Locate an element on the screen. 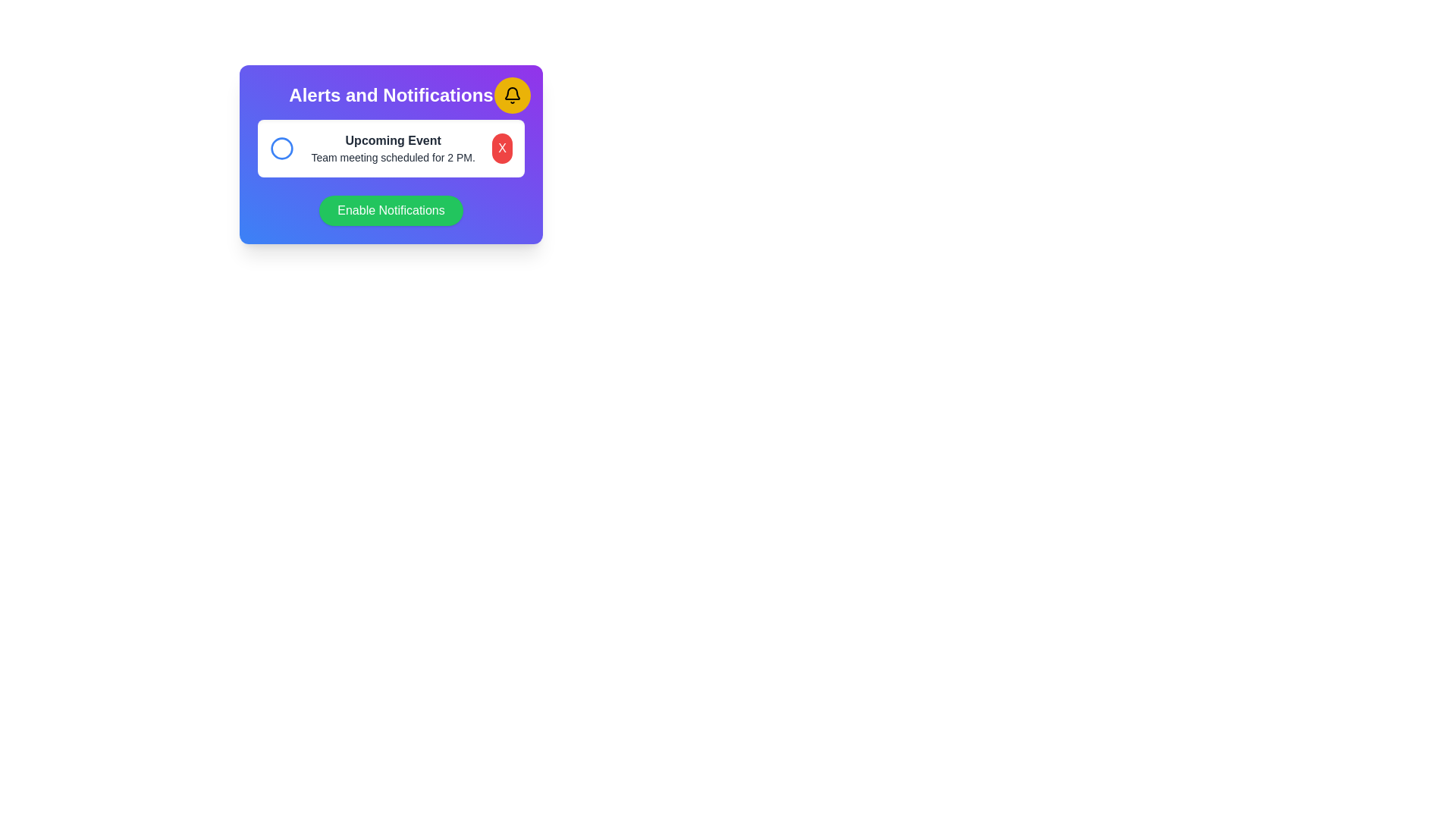  informational text from the text block that says 'Upcoming Event' and 'Team meeting scheduled for 2 PM.' is located at coordinates (393, 149).